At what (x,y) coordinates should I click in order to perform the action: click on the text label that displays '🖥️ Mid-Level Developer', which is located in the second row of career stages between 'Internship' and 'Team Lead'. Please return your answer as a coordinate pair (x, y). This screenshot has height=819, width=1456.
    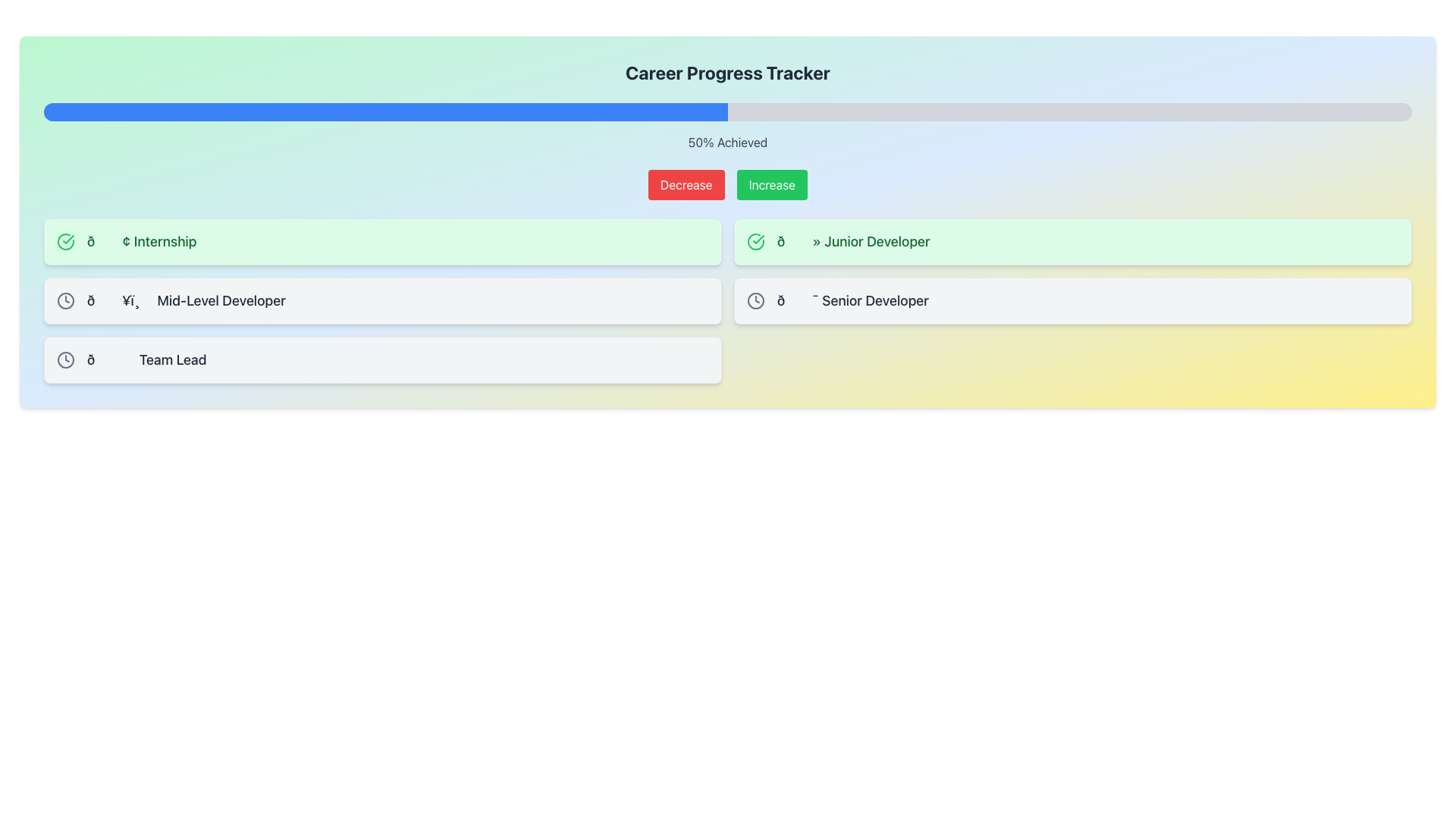
    Looking at the image, I should click on (185, 301).